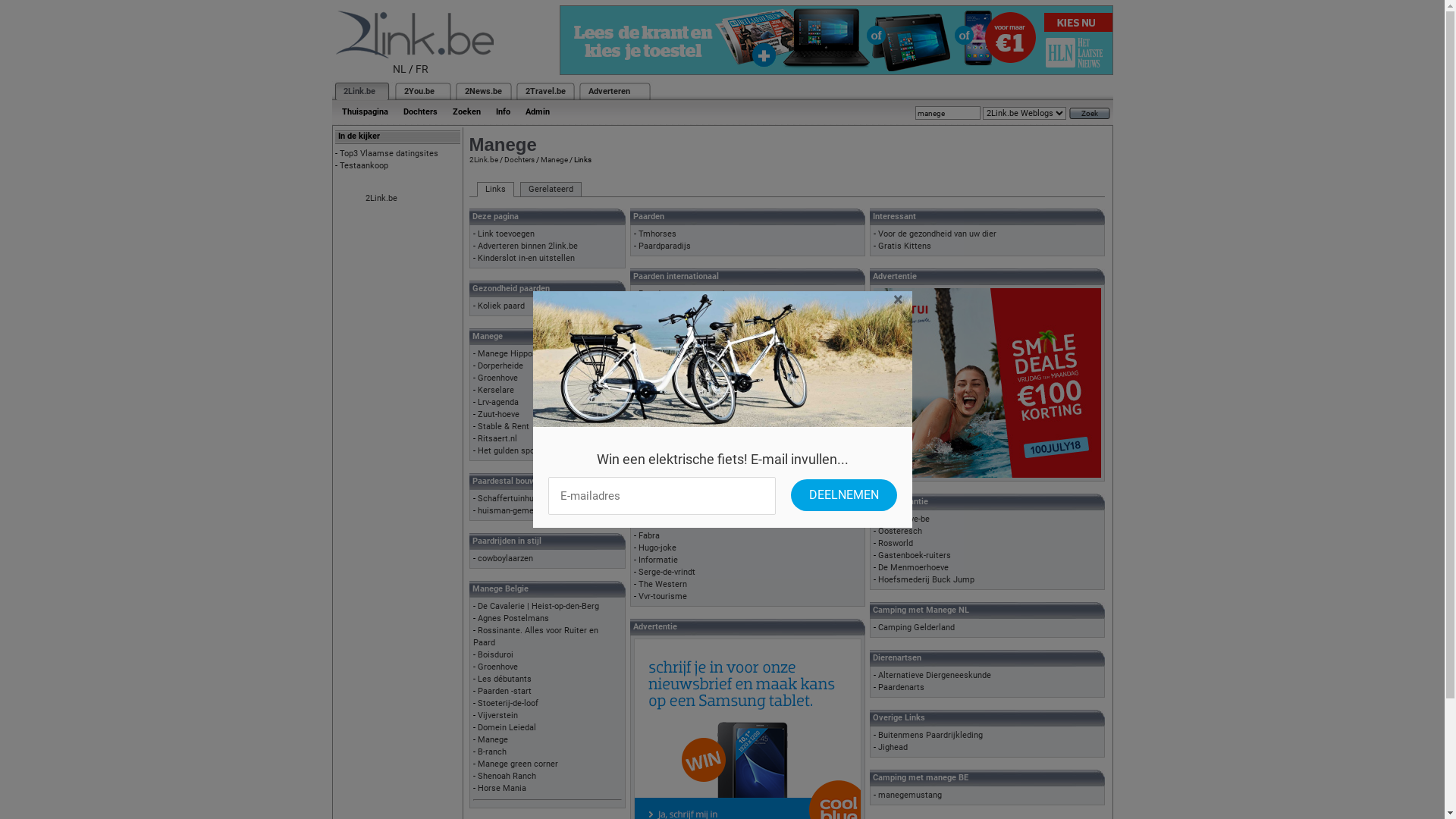 The width and height of the screenshot is (1456, 819). Describe the element at coordinates (482, 91) in the screenshot. I see `'2News.be'` at that location.